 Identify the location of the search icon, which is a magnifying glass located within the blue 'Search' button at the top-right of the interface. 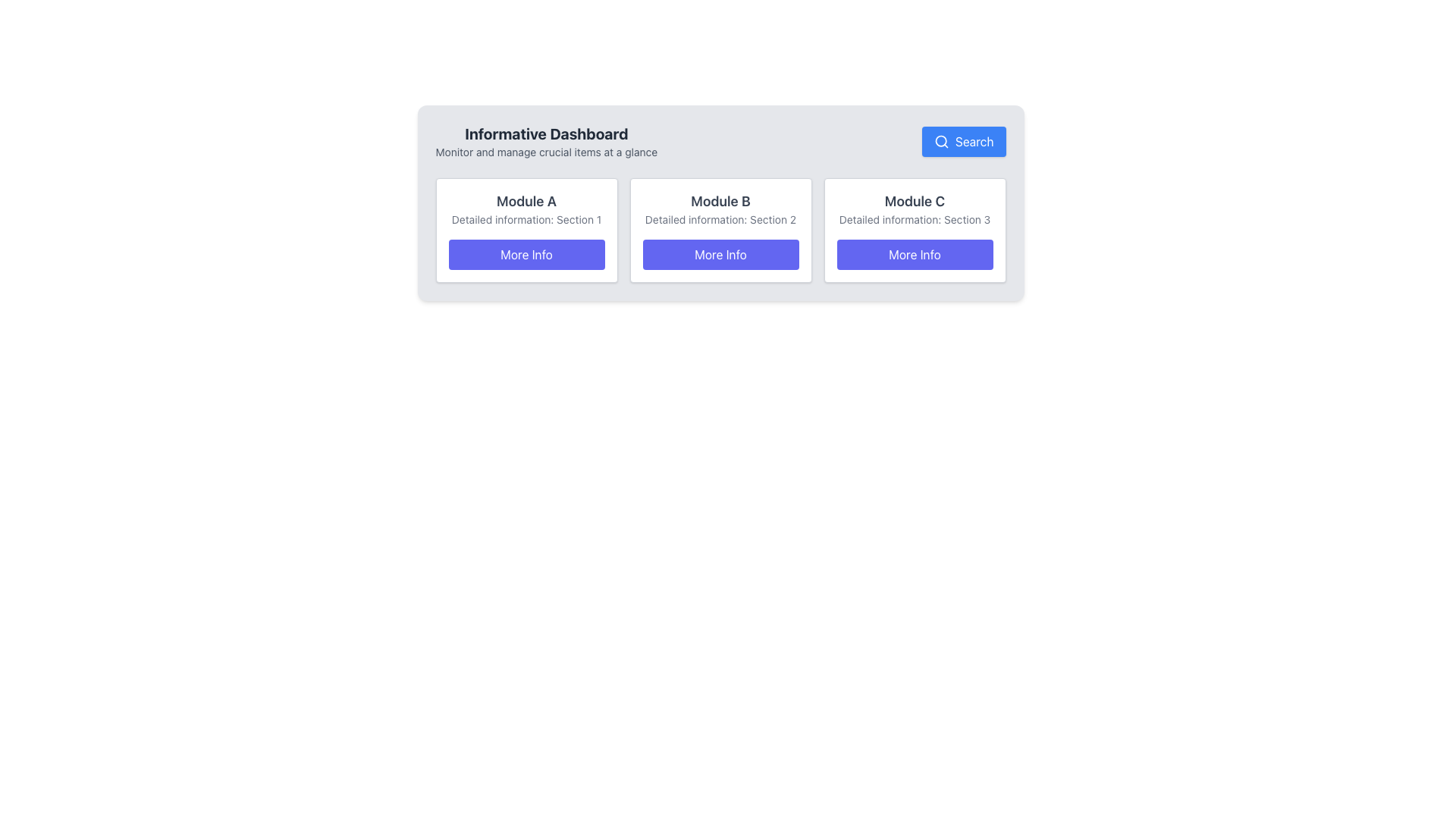
(941, 141).